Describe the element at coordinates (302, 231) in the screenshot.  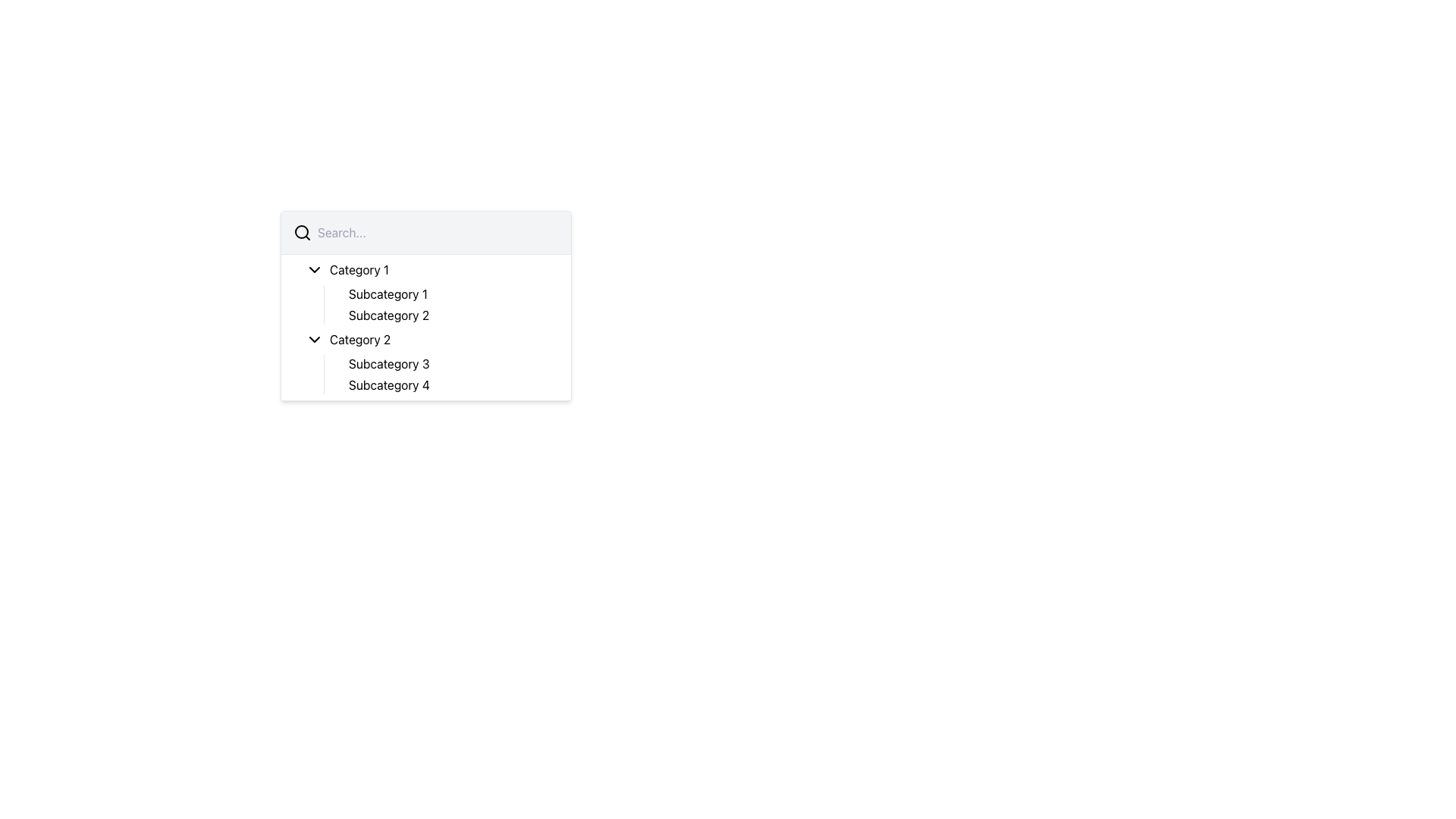
I see `the circle element of the magnifying glass icon located in the top-left corner of the dropdown menu header, which signifies the search functionality` at that location.